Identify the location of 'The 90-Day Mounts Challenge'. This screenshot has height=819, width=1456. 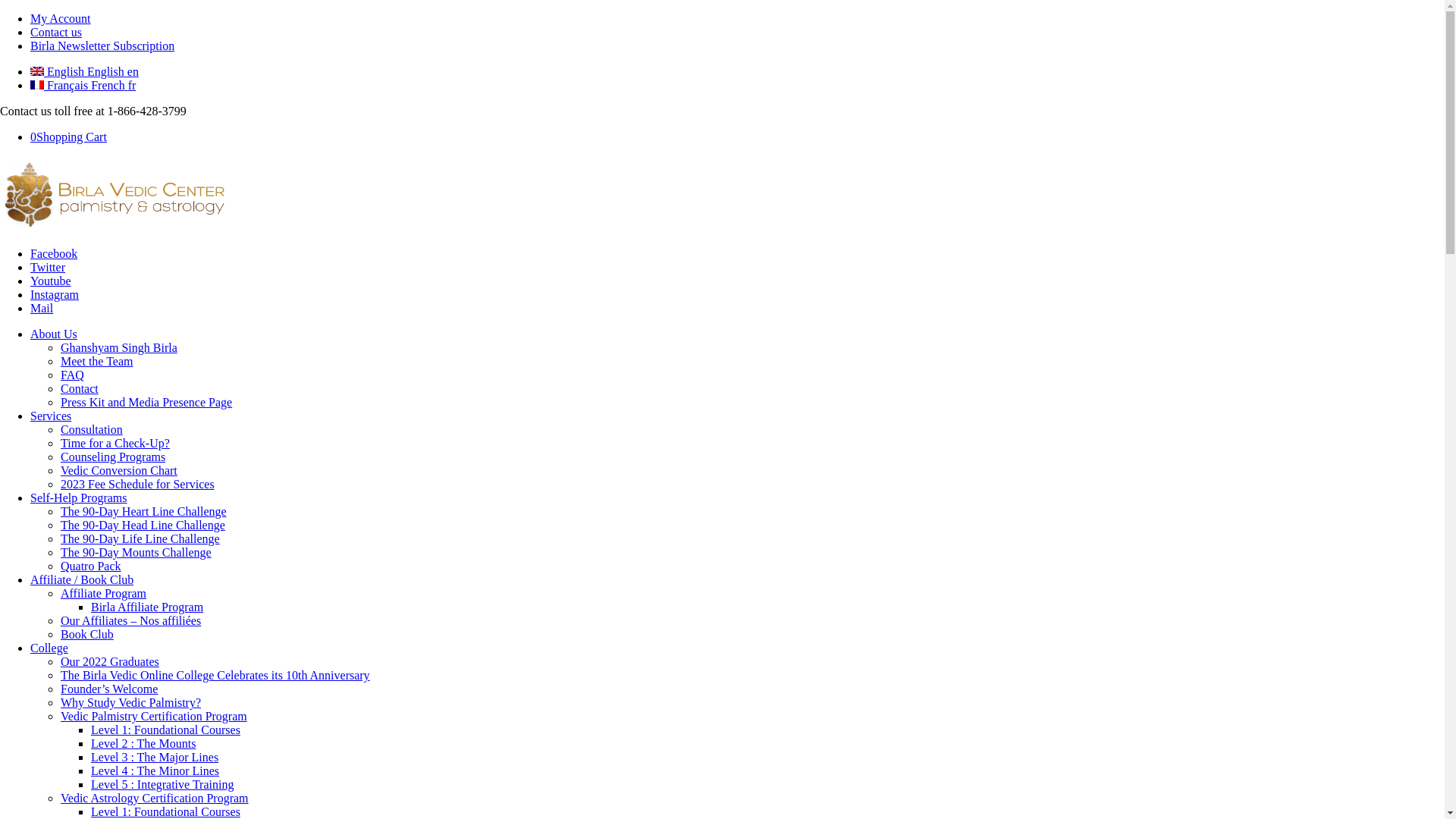
(136, 552).